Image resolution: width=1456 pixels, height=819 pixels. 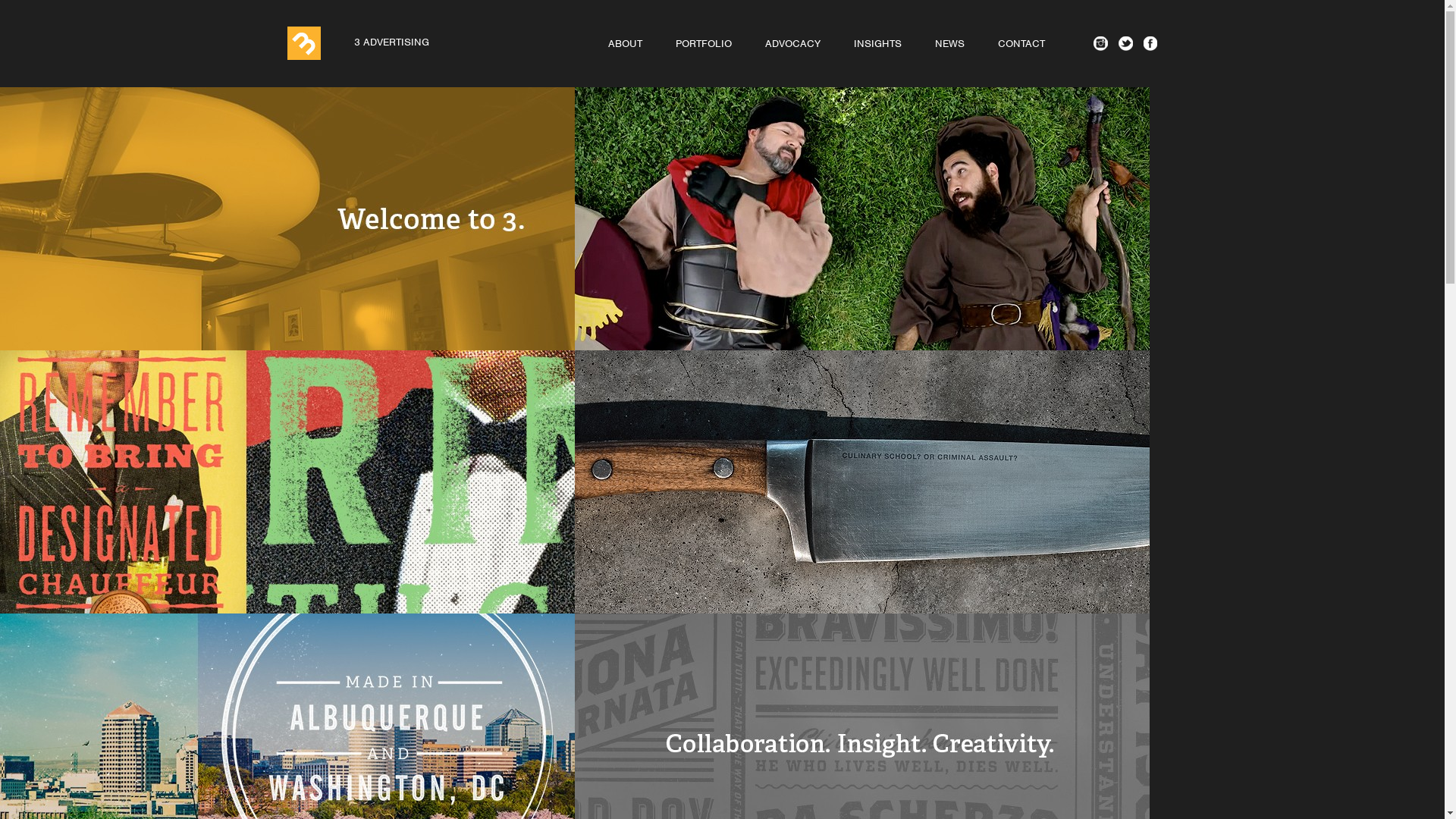 I want to click on 'INSIGHTS', so click(x=877, y=45).